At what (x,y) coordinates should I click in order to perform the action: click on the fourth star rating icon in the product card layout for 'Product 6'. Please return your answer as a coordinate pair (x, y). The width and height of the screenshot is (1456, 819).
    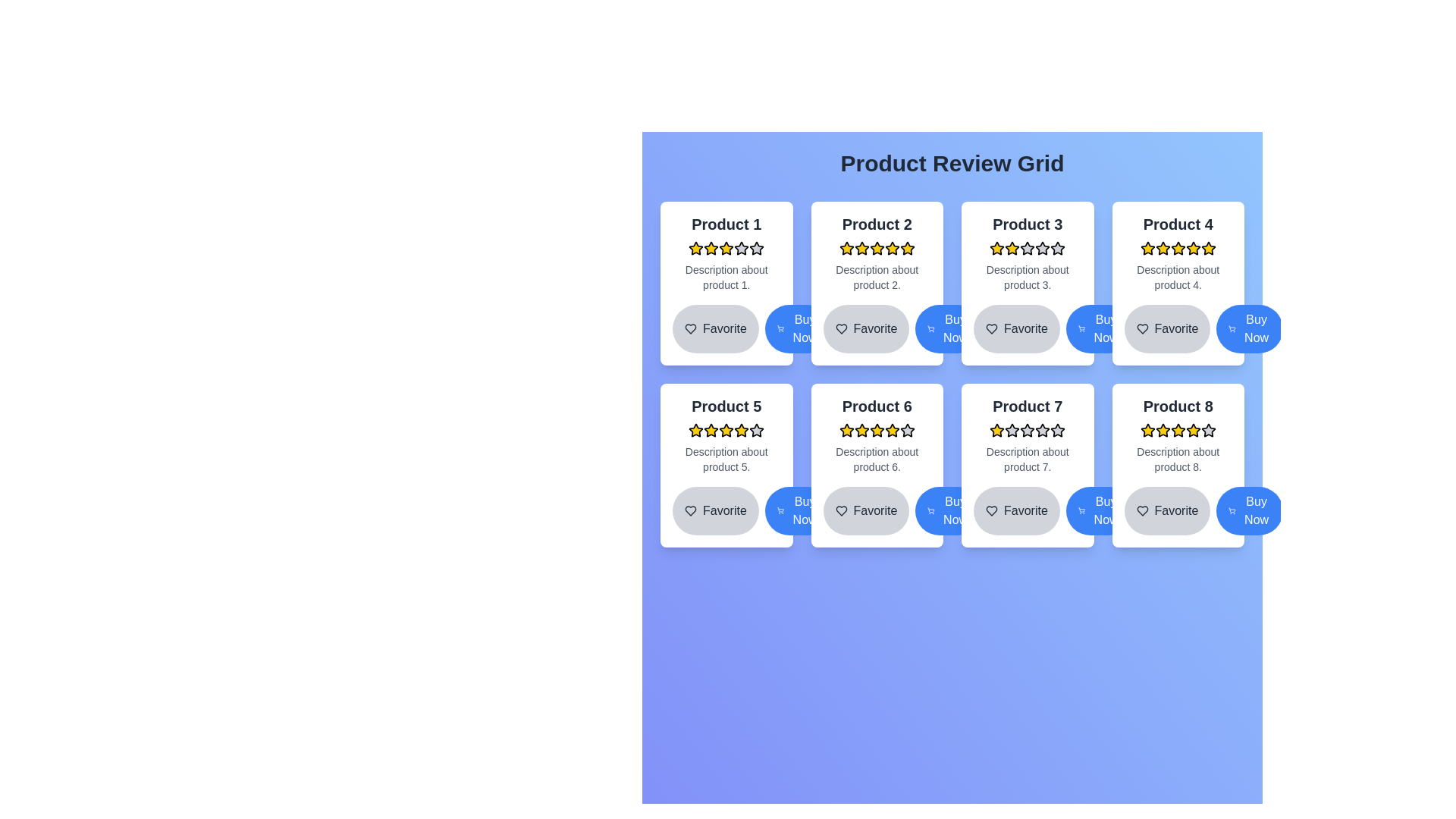
    Looking at the image, I should click on (877, 430).